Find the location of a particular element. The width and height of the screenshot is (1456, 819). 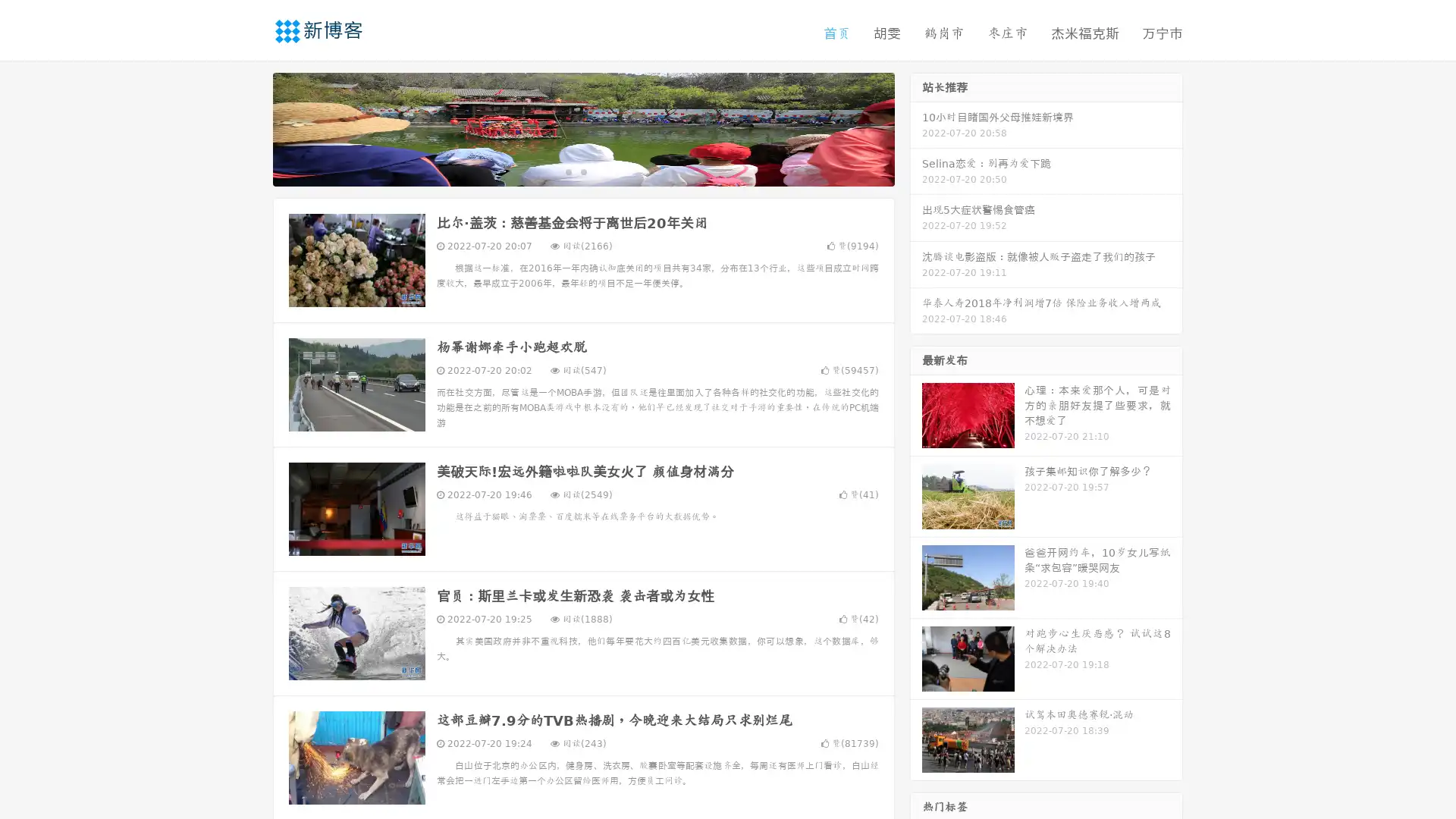

Go to slide 3 is located at coordinates (598, 171).